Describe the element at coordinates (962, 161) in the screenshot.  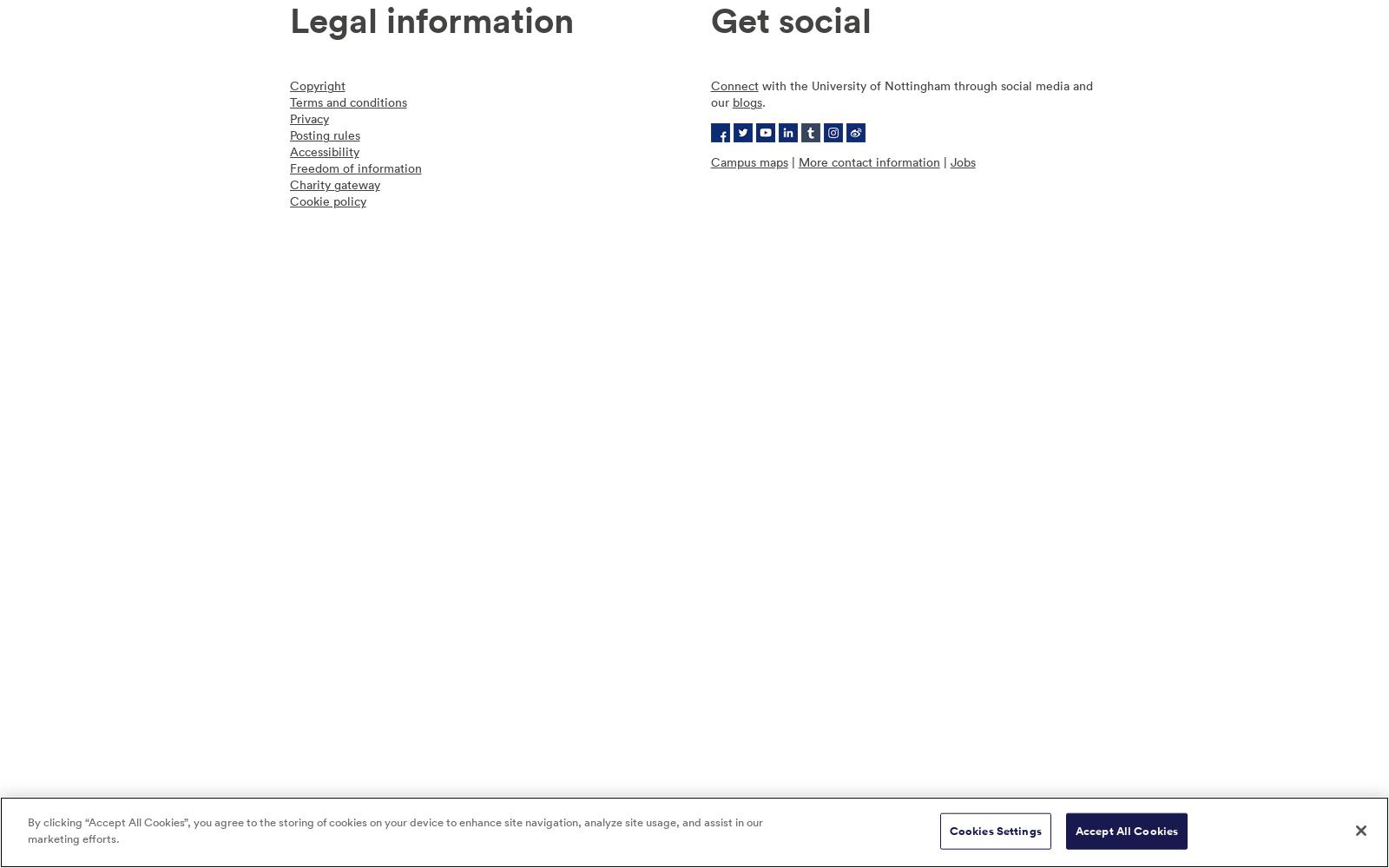
I see `'Jobs'` at that location.